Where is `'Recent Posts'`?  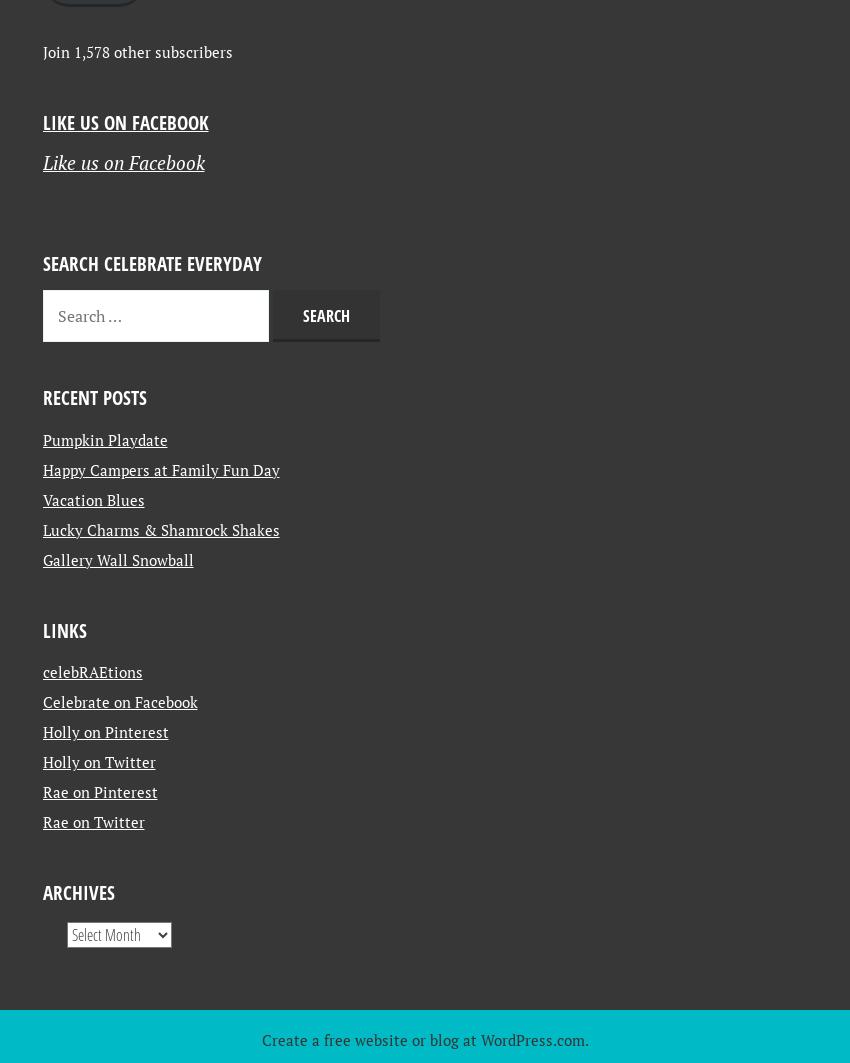 'Recent Posts' is located at coordinates (93, 569).